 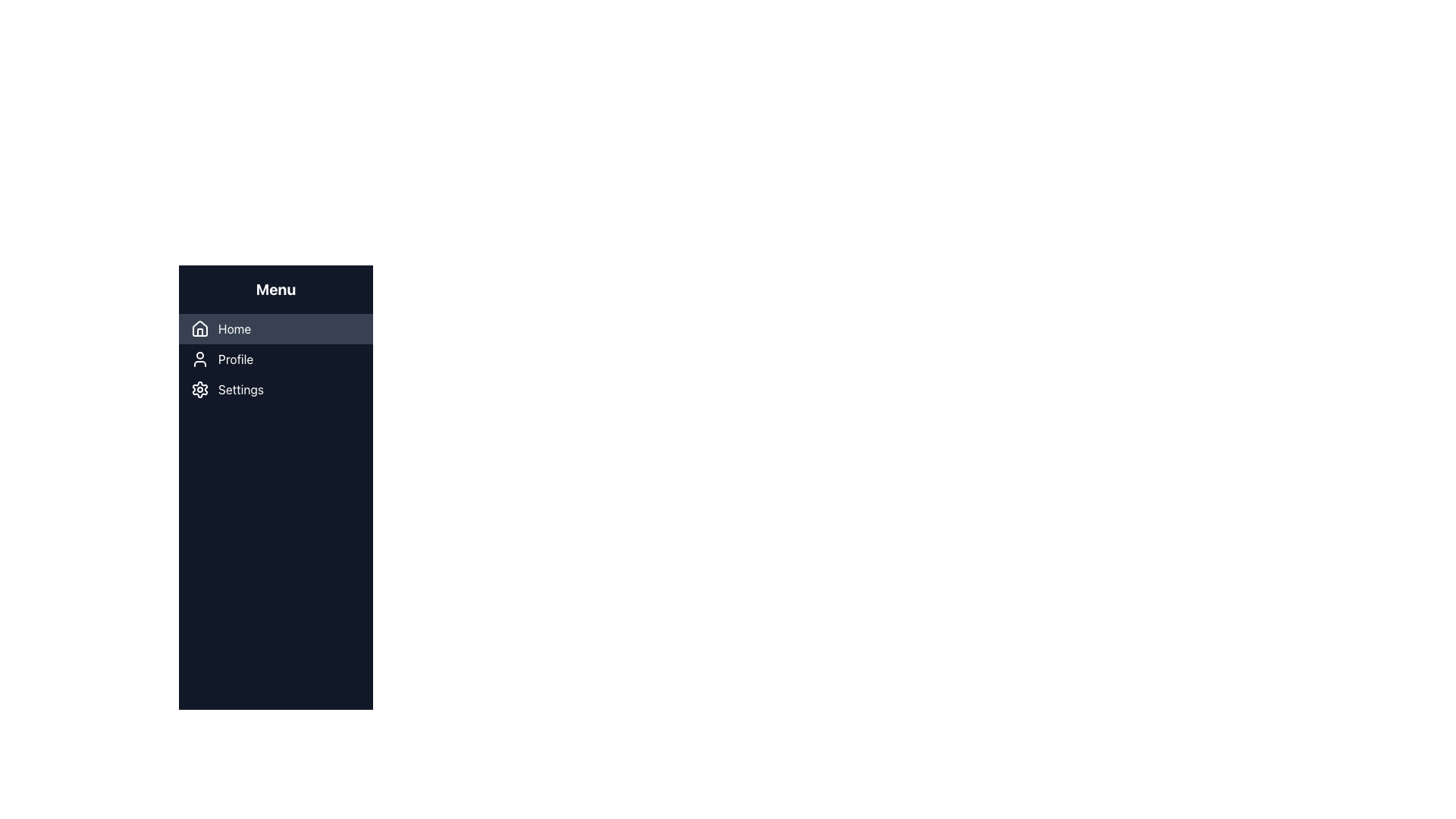 I want to click on the cogwheel icon in the sidebar menu under the 'Settings' label, which is the third item in the menu list, so click(x=199, y=388).